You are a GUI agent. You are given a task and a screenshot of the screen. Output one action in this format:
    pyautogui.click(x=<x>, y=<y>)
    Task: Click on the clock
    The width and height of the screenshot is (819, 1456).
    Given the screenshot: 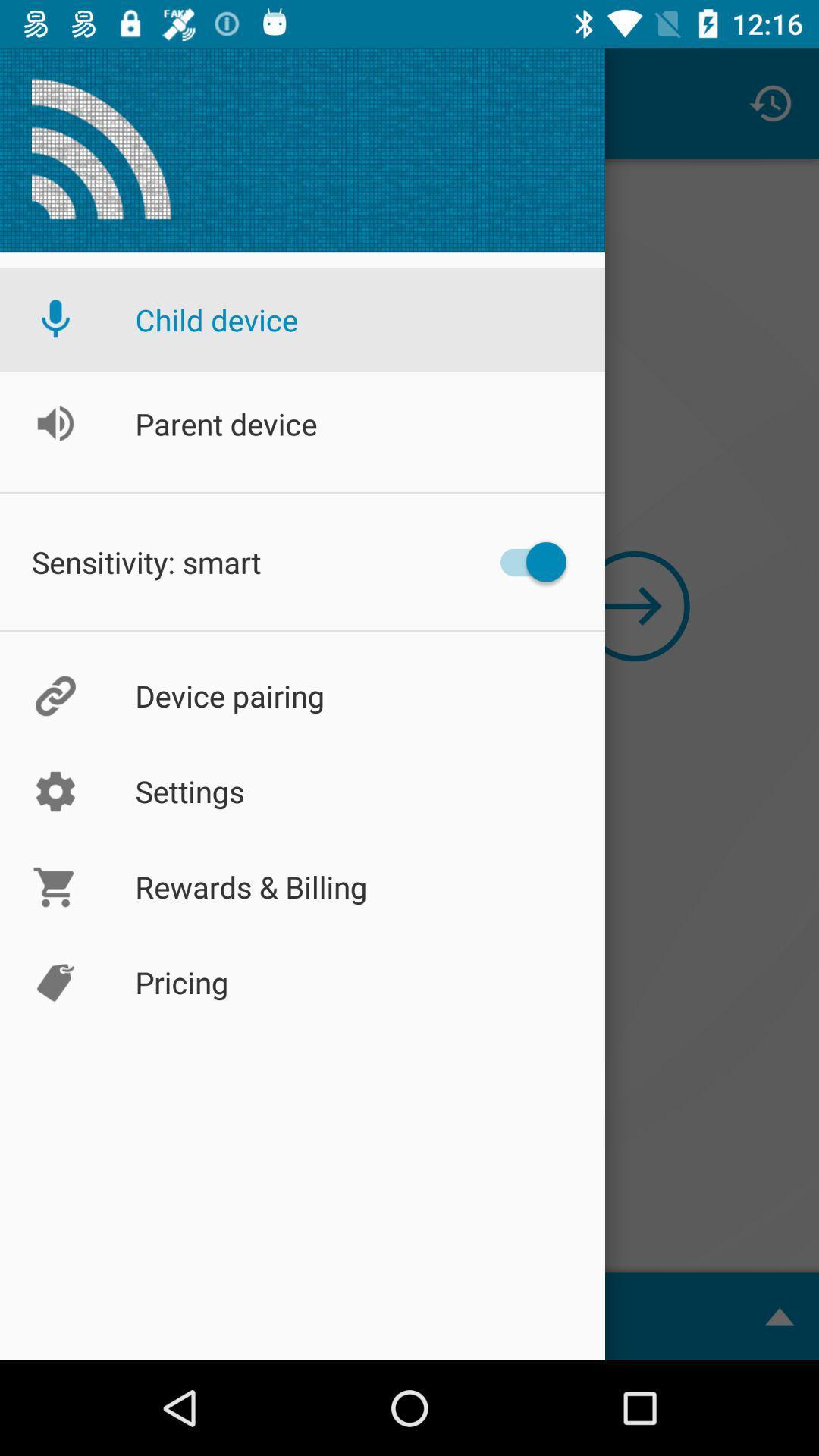 What is the action you would take?
    pyautogui.click(x=771, y=103)
    